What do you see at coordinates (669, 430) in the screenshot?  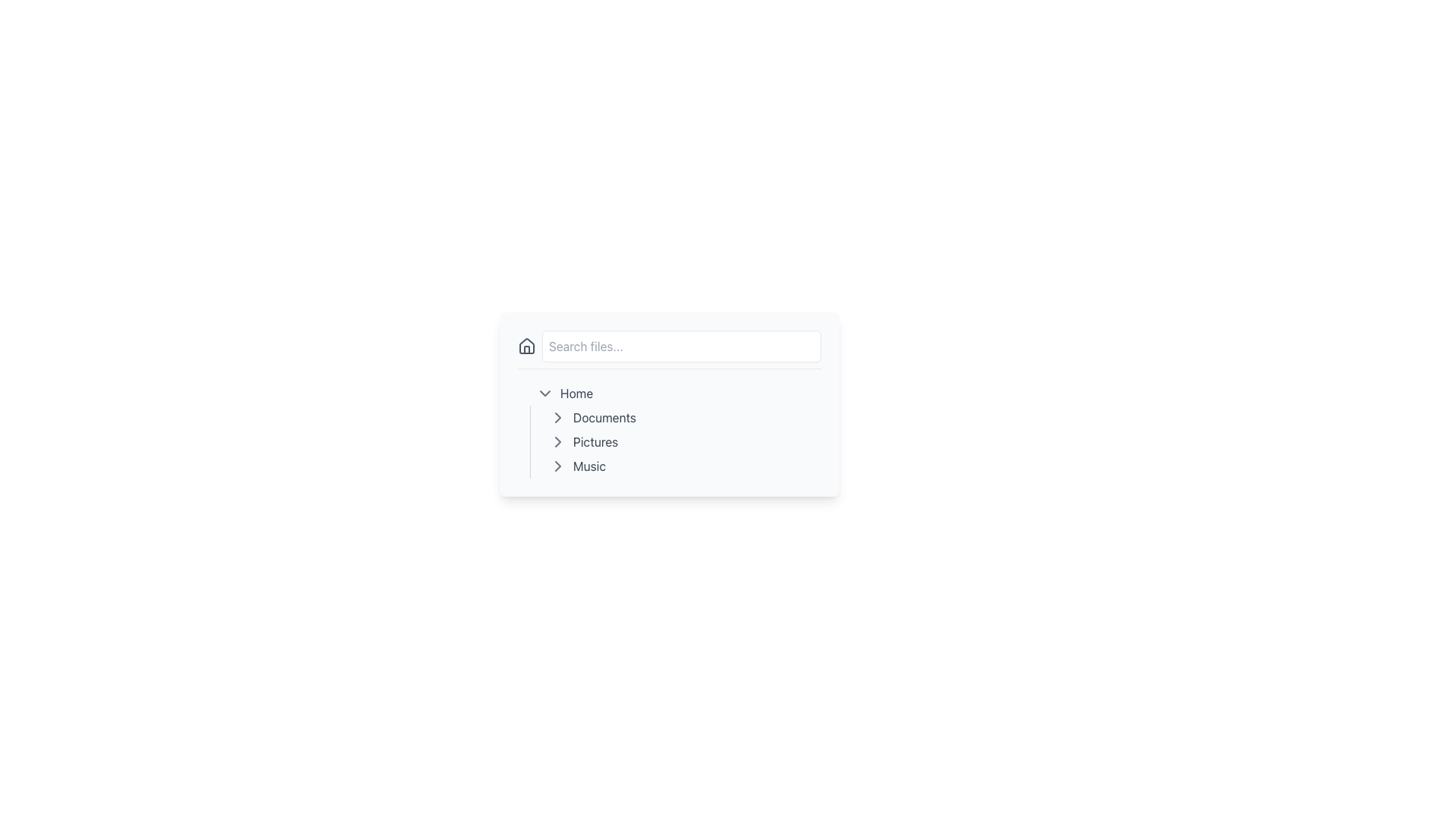 I see `the hierarchical list element located below the 'Search files' section` at bounding box center [669, 430].